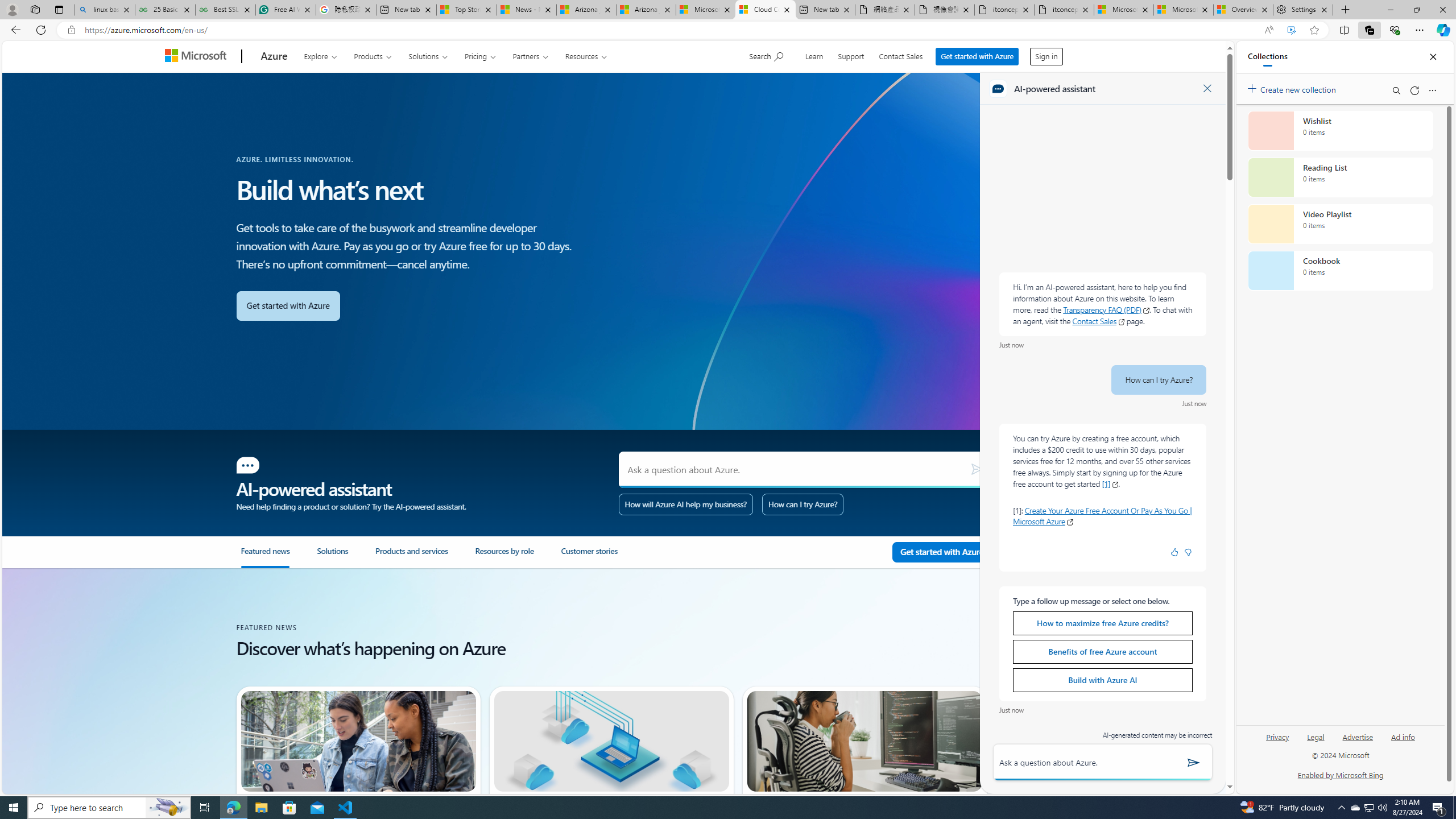 The height and width of the screenshot is (819, 1456). What do you see at coordinates (1064, 9) in the screenshot?
I see `'itconcepthk.com/projector_solutions.mp4'` at bounding box center [1064, 9].